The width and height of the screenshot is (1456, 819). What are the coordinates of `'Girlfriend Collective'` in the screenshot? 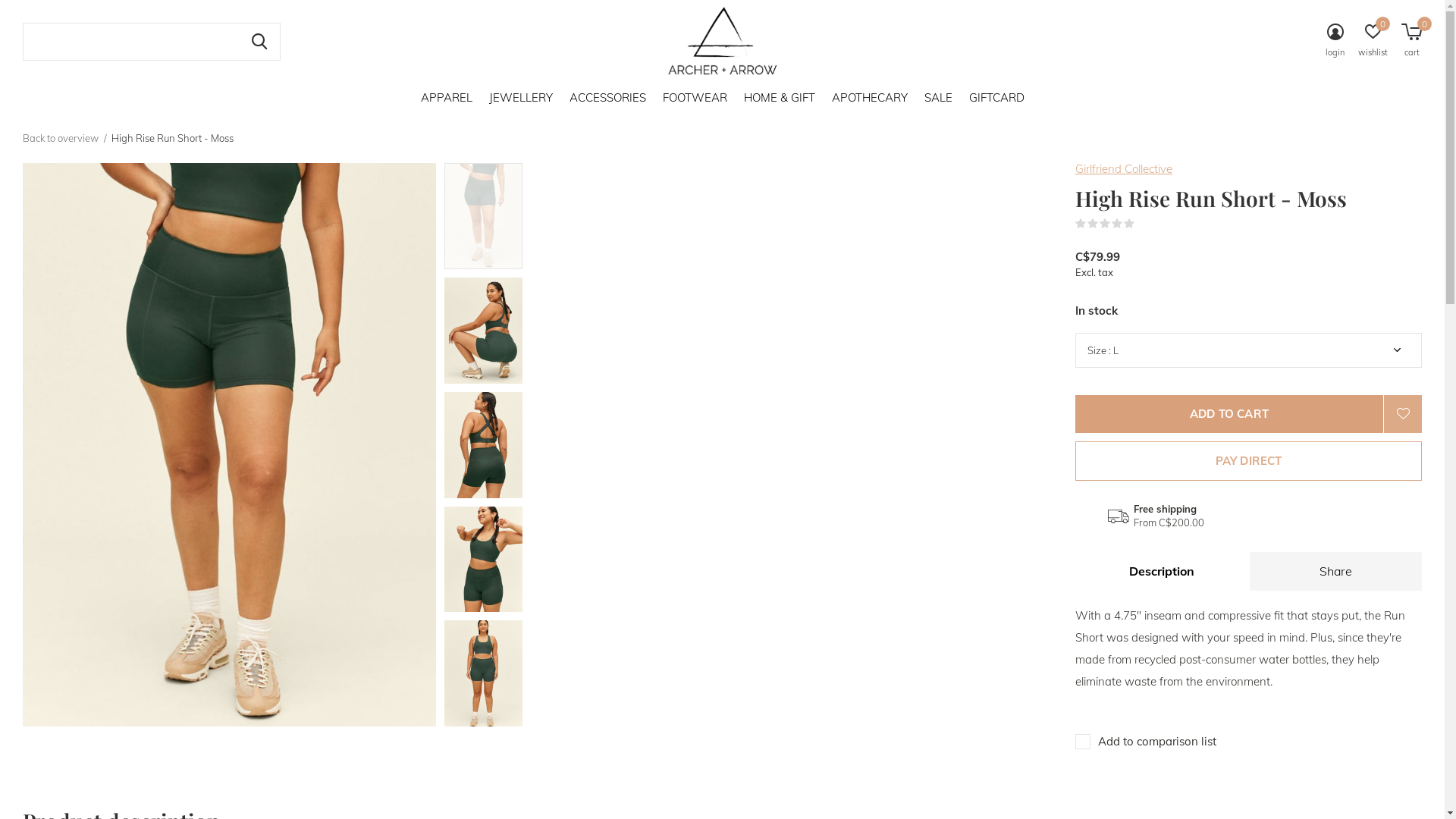 It's located at (1124, 168).